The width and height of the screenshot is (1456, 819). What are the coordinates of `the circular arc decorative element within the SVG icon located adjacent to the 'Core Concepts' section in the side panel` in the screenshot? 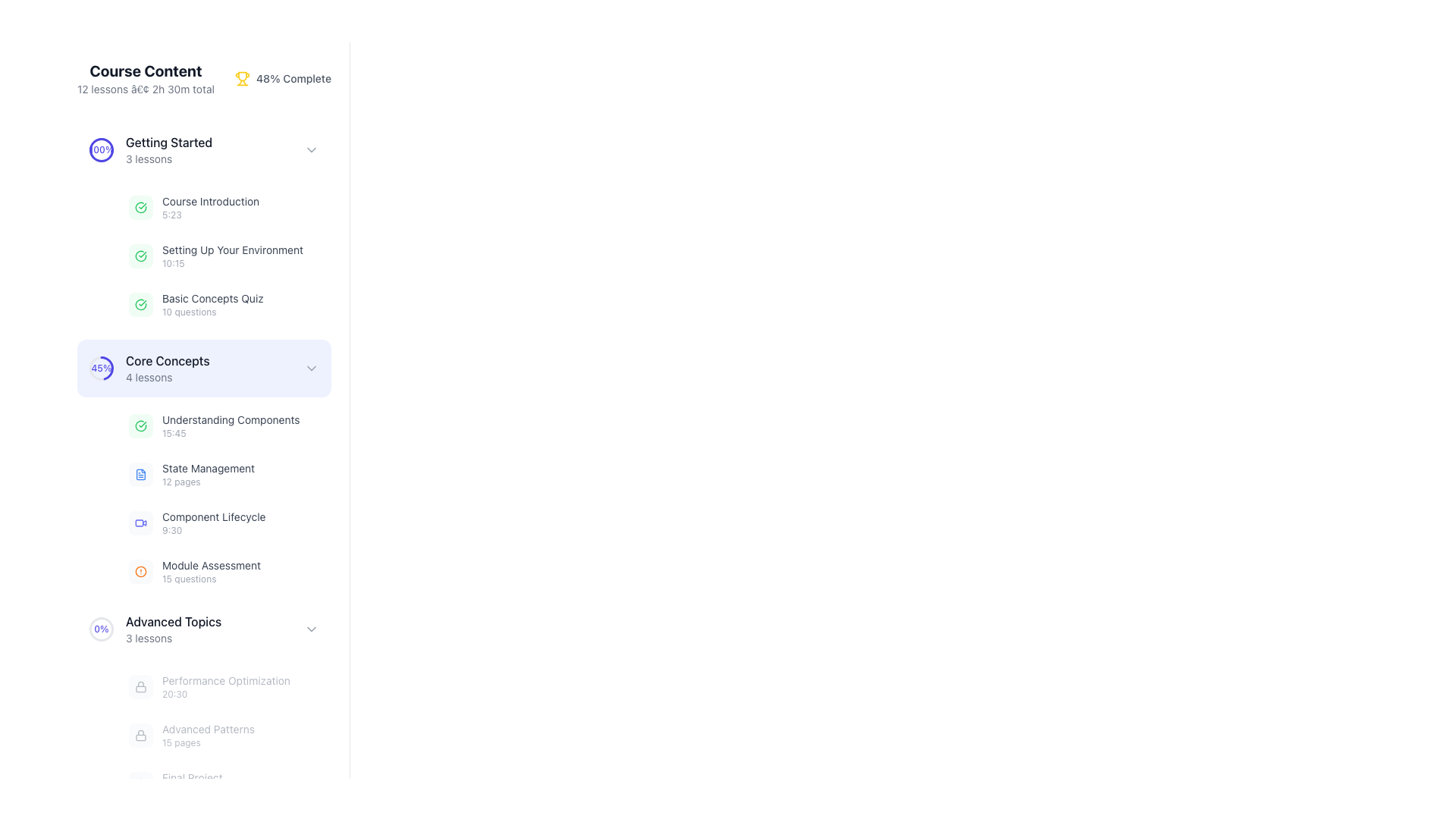 It's located at (141, 304).